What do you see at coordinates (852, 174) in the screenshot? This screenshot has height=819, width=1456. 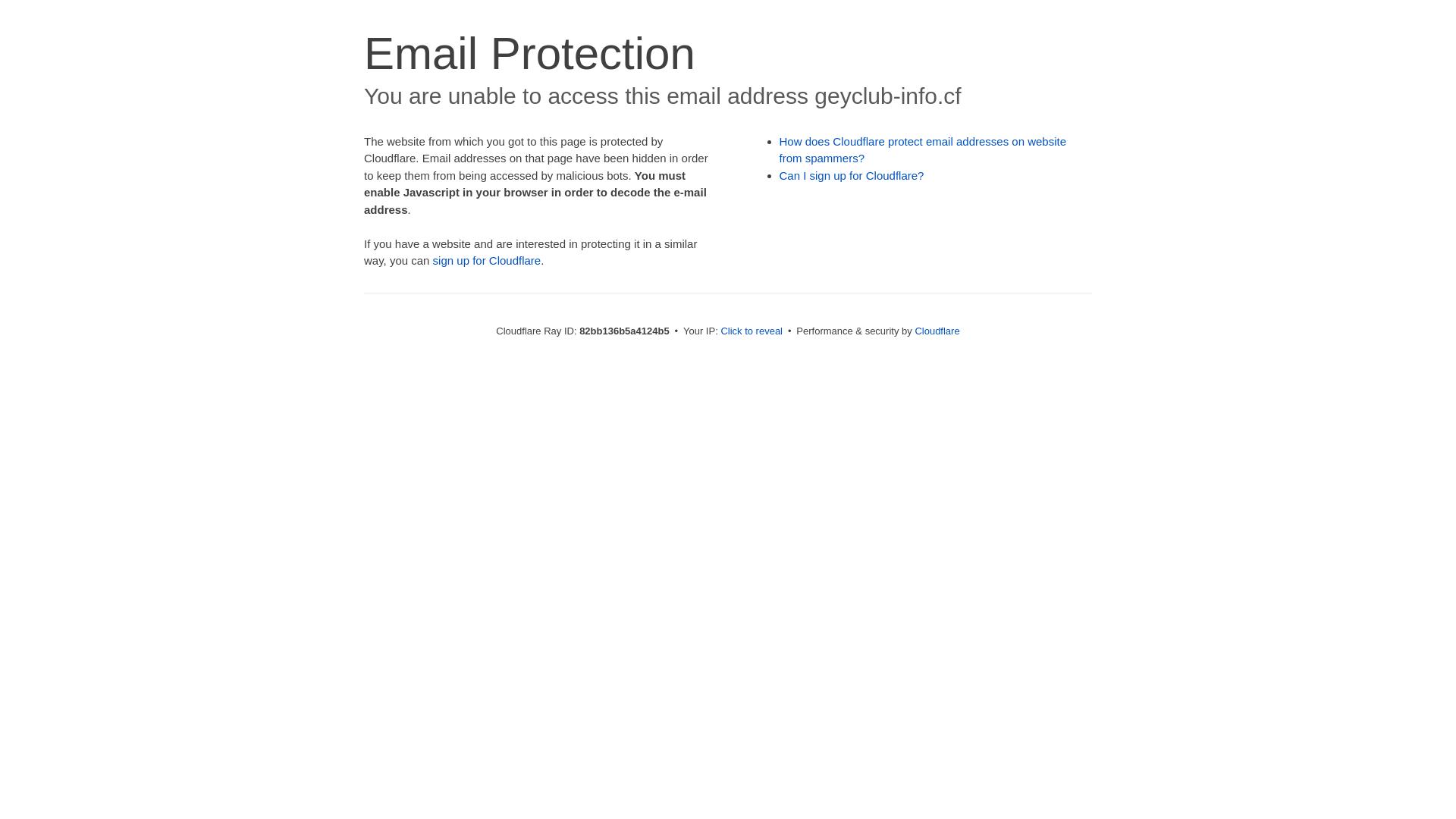 I see `'Can I sign up for Cloudflare?'` at bounding box center [852, 174].